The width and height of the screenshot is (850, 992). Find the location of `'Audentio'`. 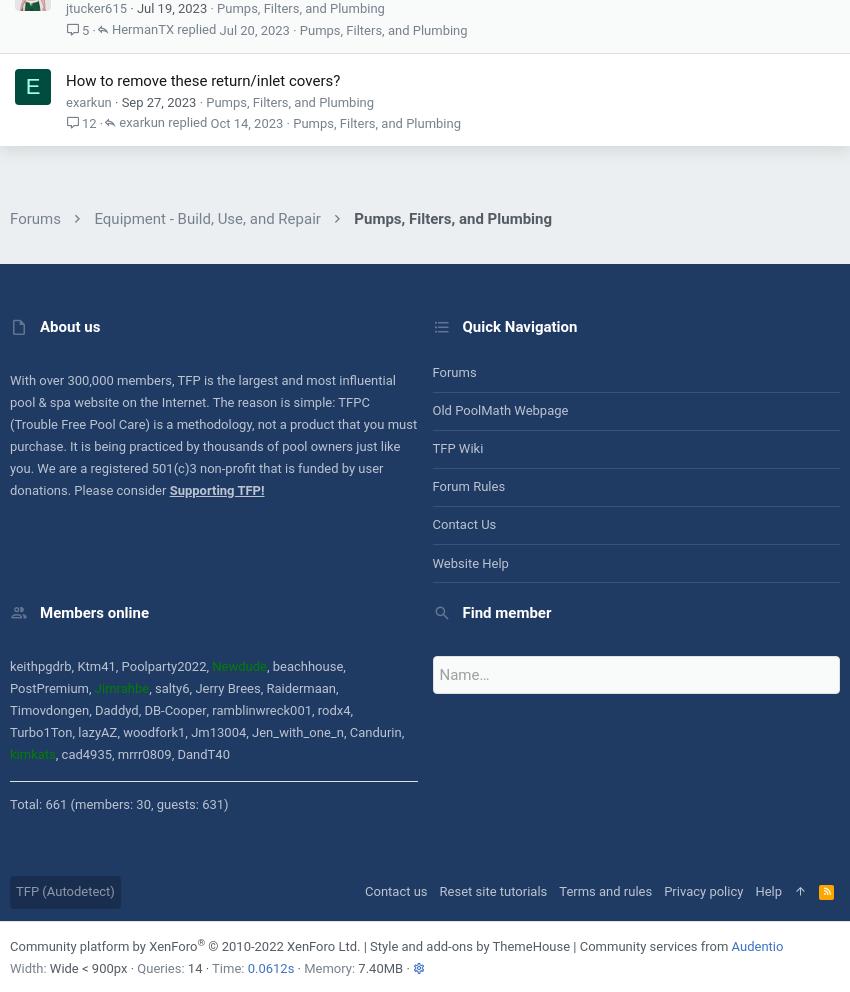

'Audentio' is located at coordinates (757, 945).